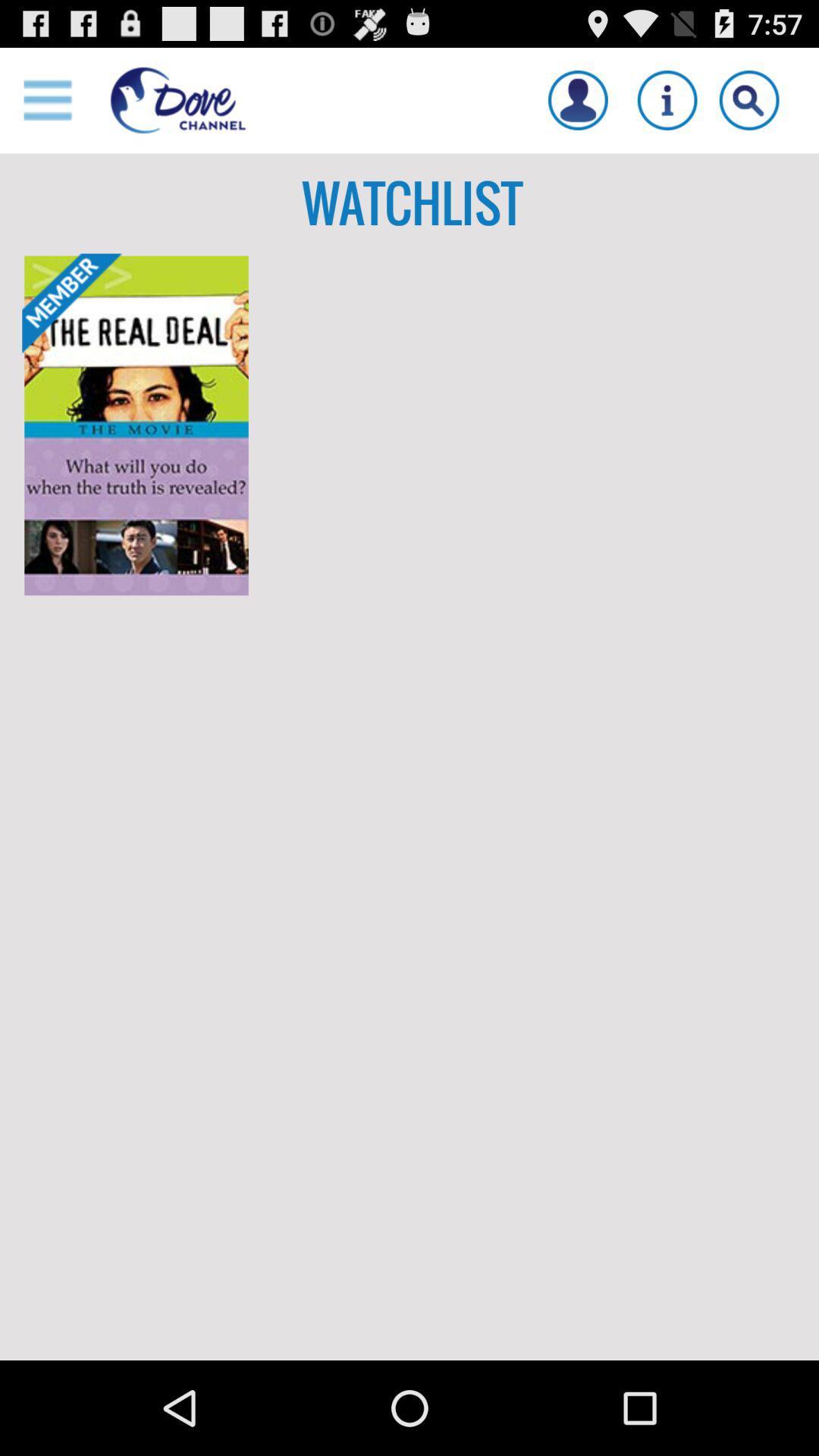 The height and width of the screenshot is (1456, 819). Describe the element at coordinates (748, 106) in the screenshot. I see `the search icon` at that location.